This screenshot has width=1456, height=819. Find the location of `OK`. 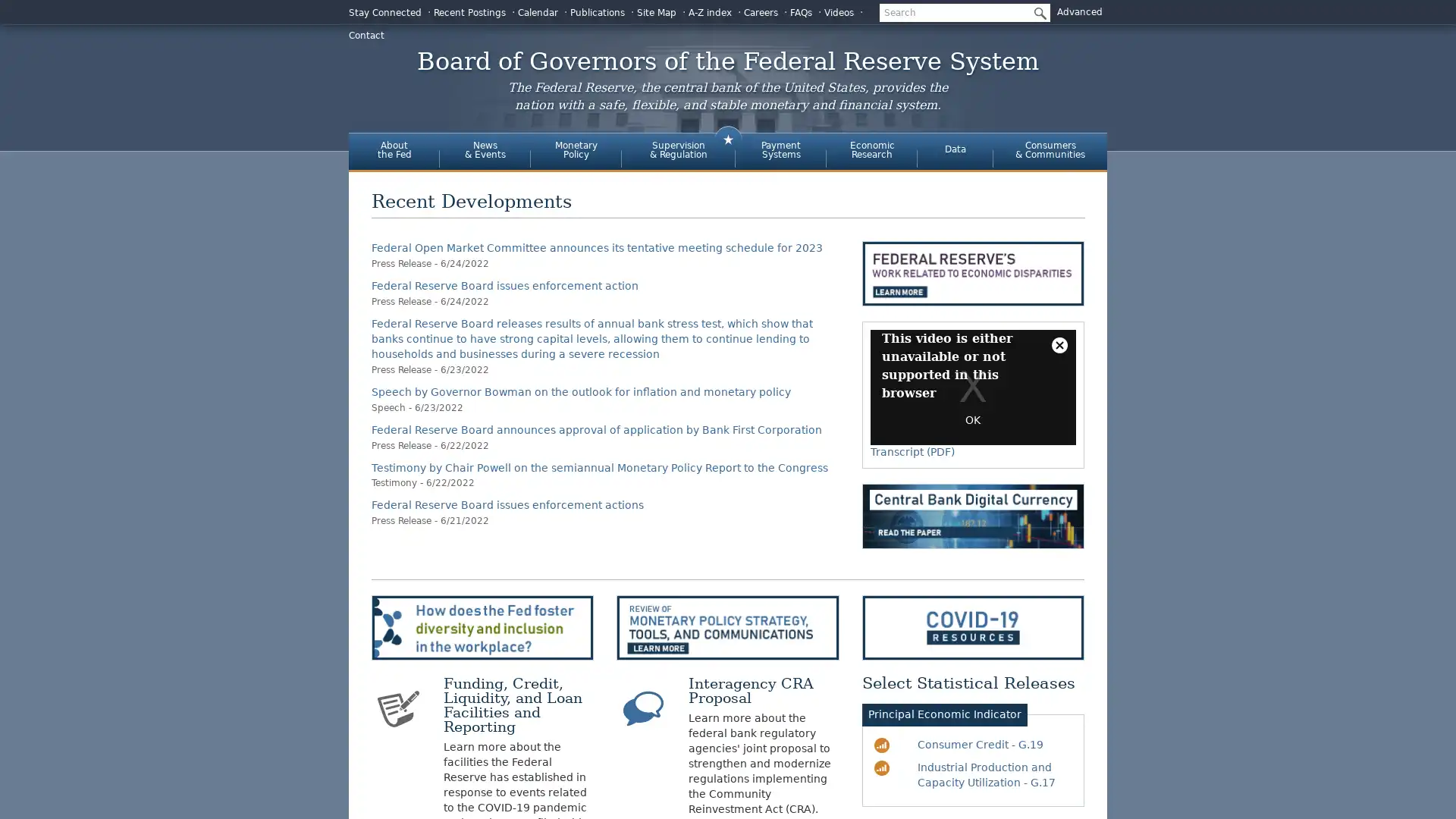

OK is located at coordinates (972, 420).